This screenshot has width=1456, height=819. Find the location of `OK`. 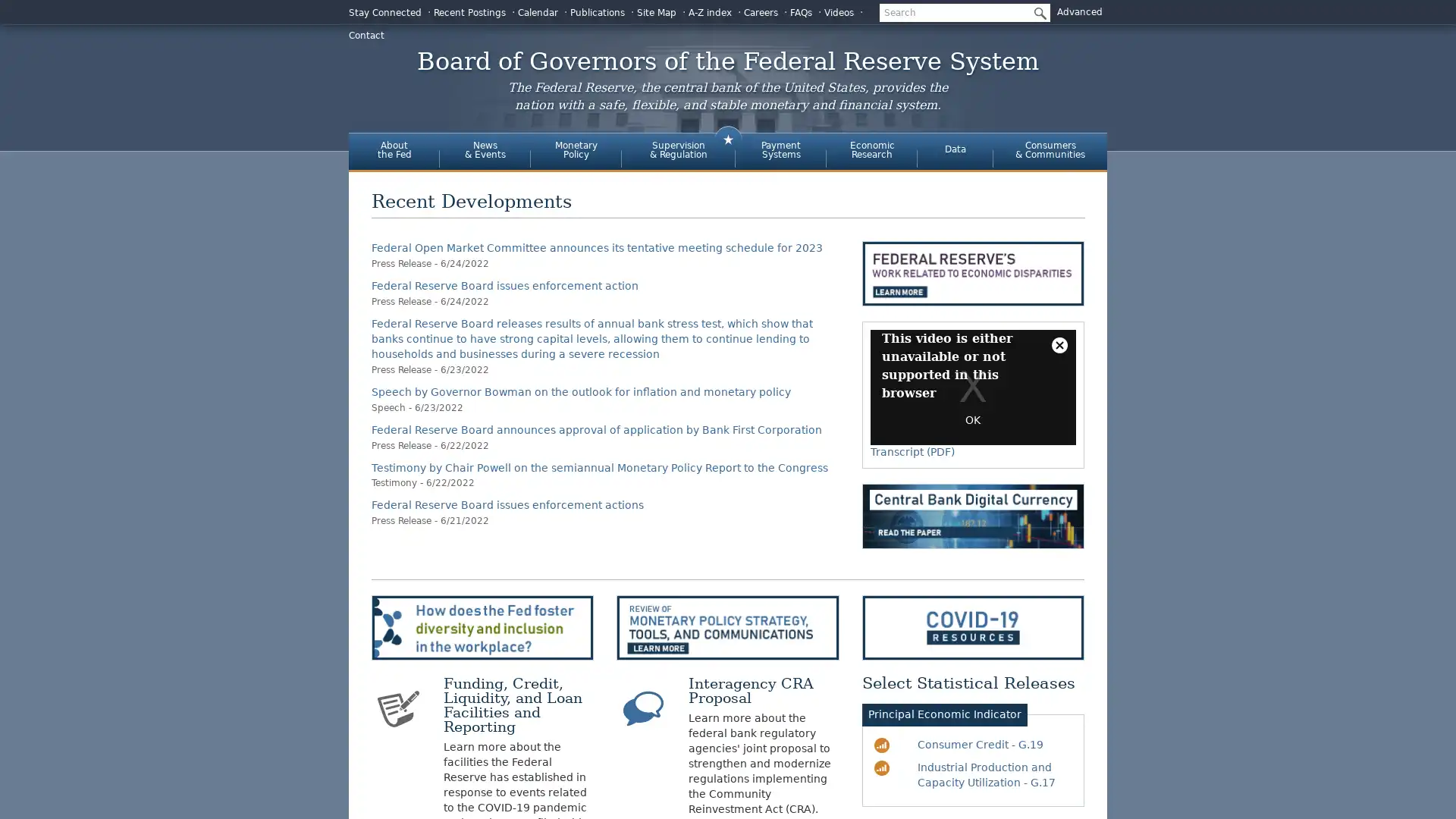

OK is located at coordinates (972, 420).